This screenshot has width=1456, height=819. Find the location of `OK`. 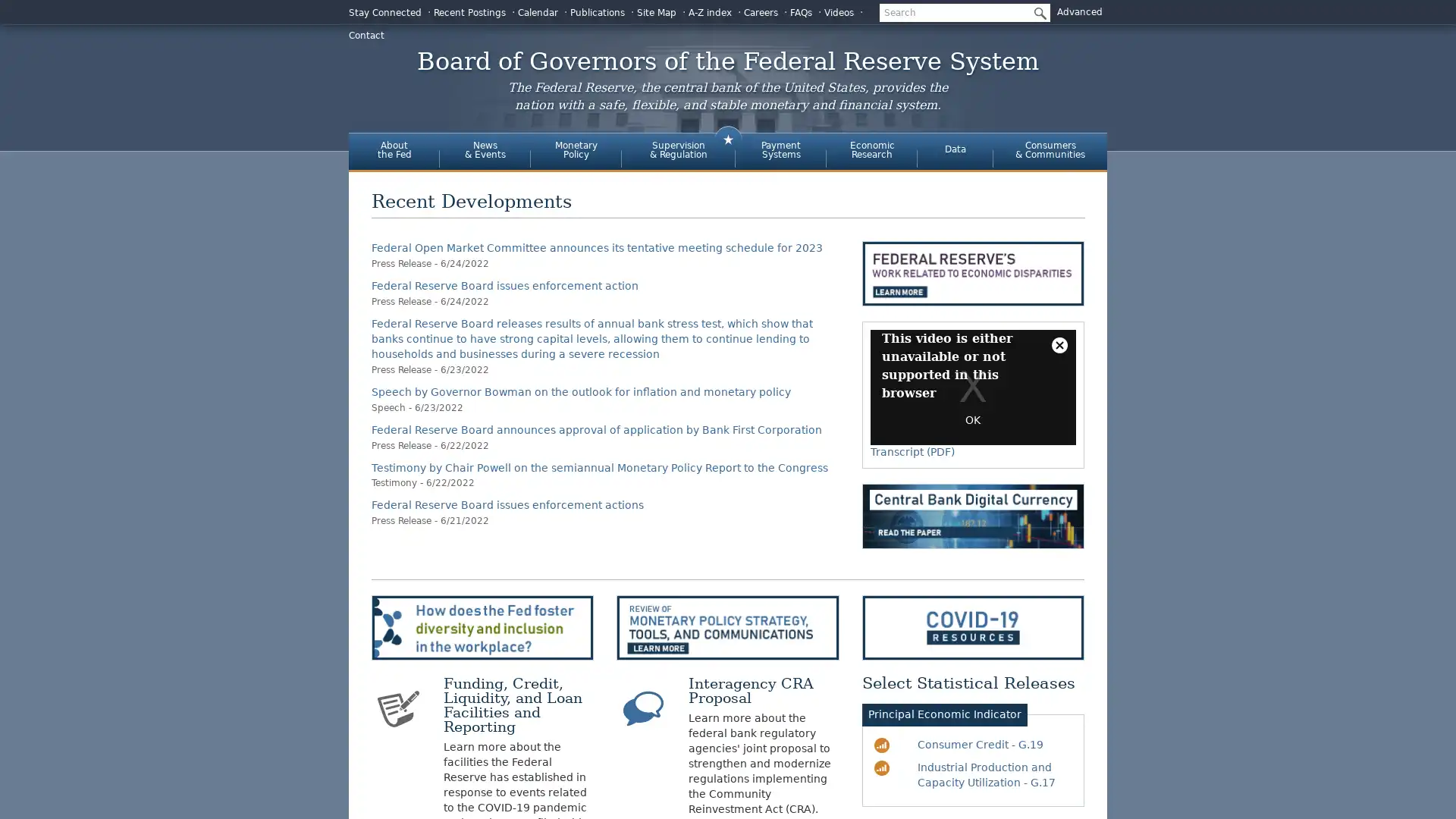

OK is located at coordinates (972, 420).